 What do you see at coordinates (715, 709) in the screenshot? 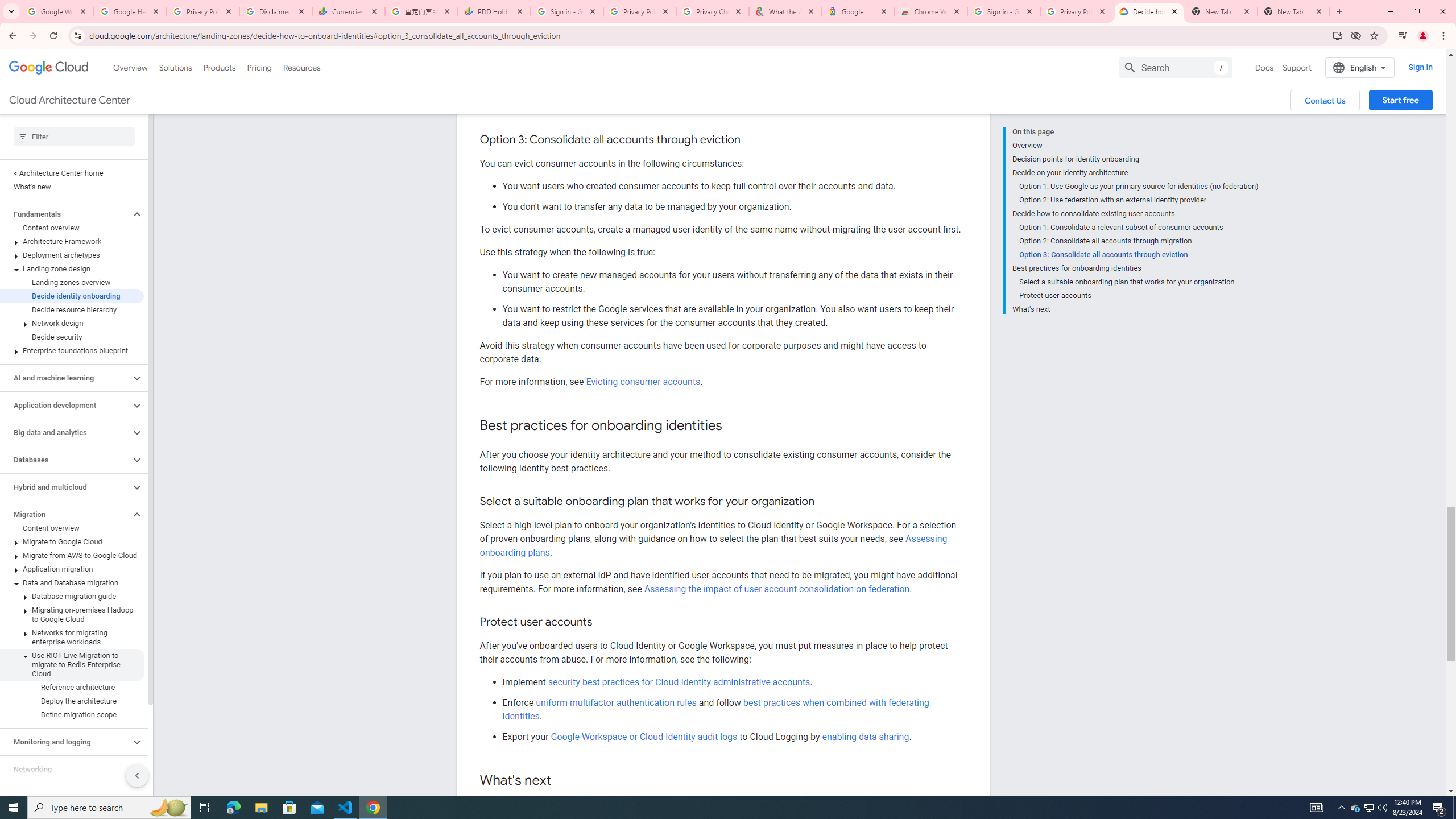
I see `'best practices when combined with federating identities'` at bounding box center [715, 709].